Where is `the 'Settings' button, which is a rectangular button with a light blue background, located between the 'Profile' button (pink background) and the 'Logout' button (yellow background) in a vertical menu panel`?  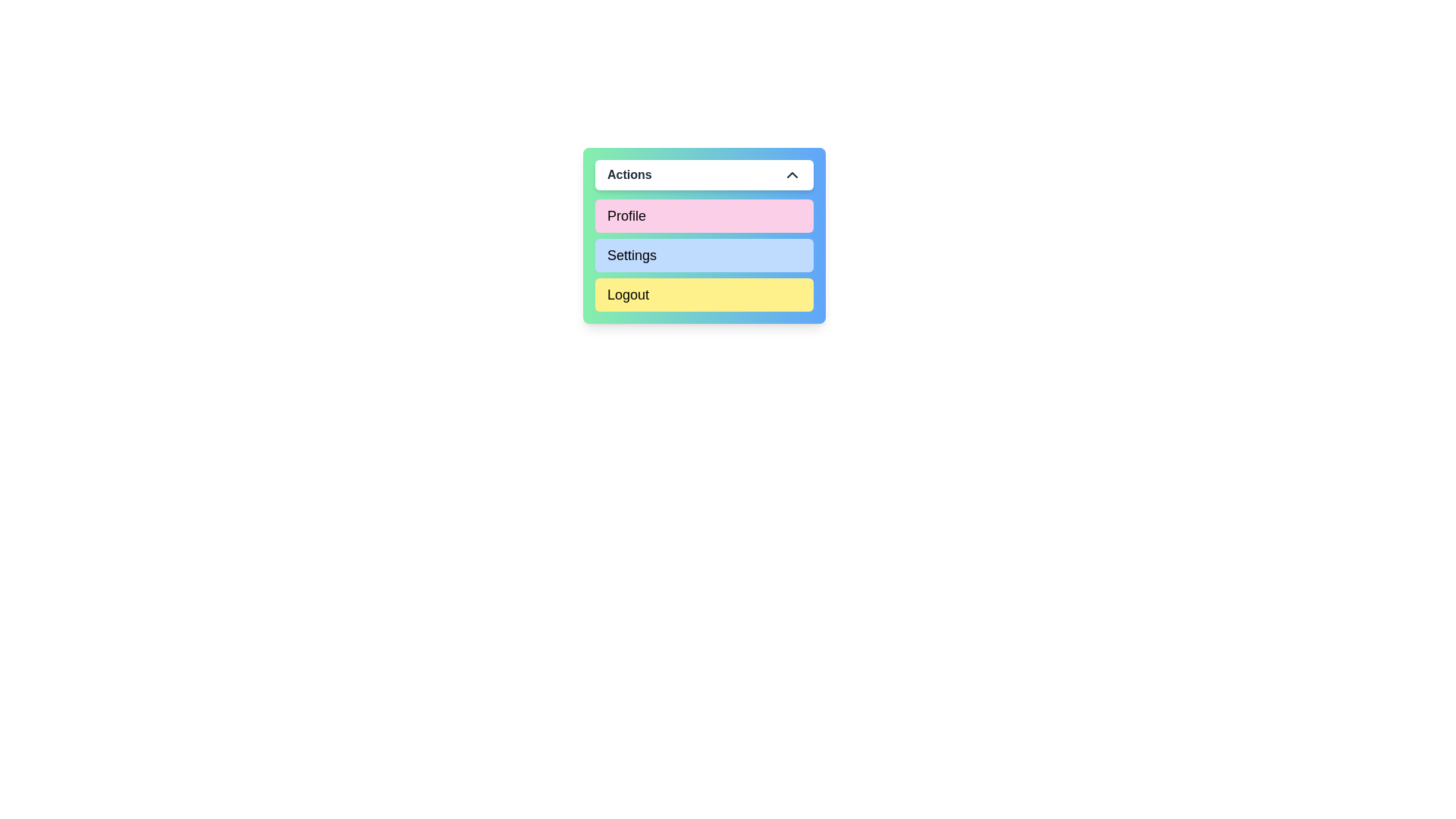
the 'Settings' button, which is a rectangular button with a light blue background, located between the 'Profile' button (pink background) and the 'Logout' button (yellow background) in a vertical menu panel is located at coordinates (704, 254).